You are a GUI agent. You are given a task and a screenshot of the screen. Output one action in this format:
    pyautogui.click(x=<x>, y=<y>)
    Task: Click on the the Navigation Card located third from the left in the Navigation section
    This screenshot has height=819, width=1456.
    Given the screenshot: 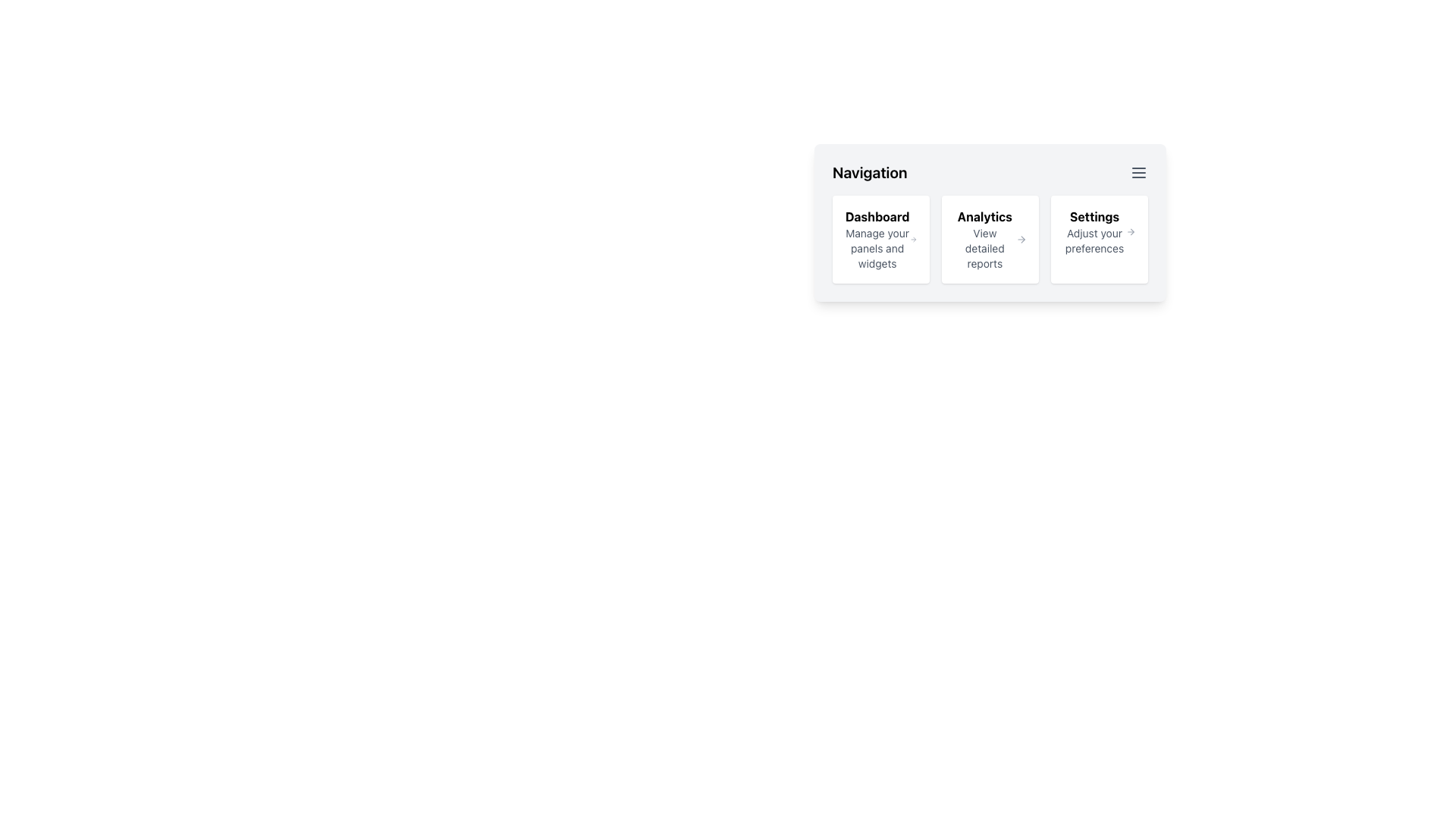 What is the action you would take?
    pyautogui.click(x=1094, y=231)
    